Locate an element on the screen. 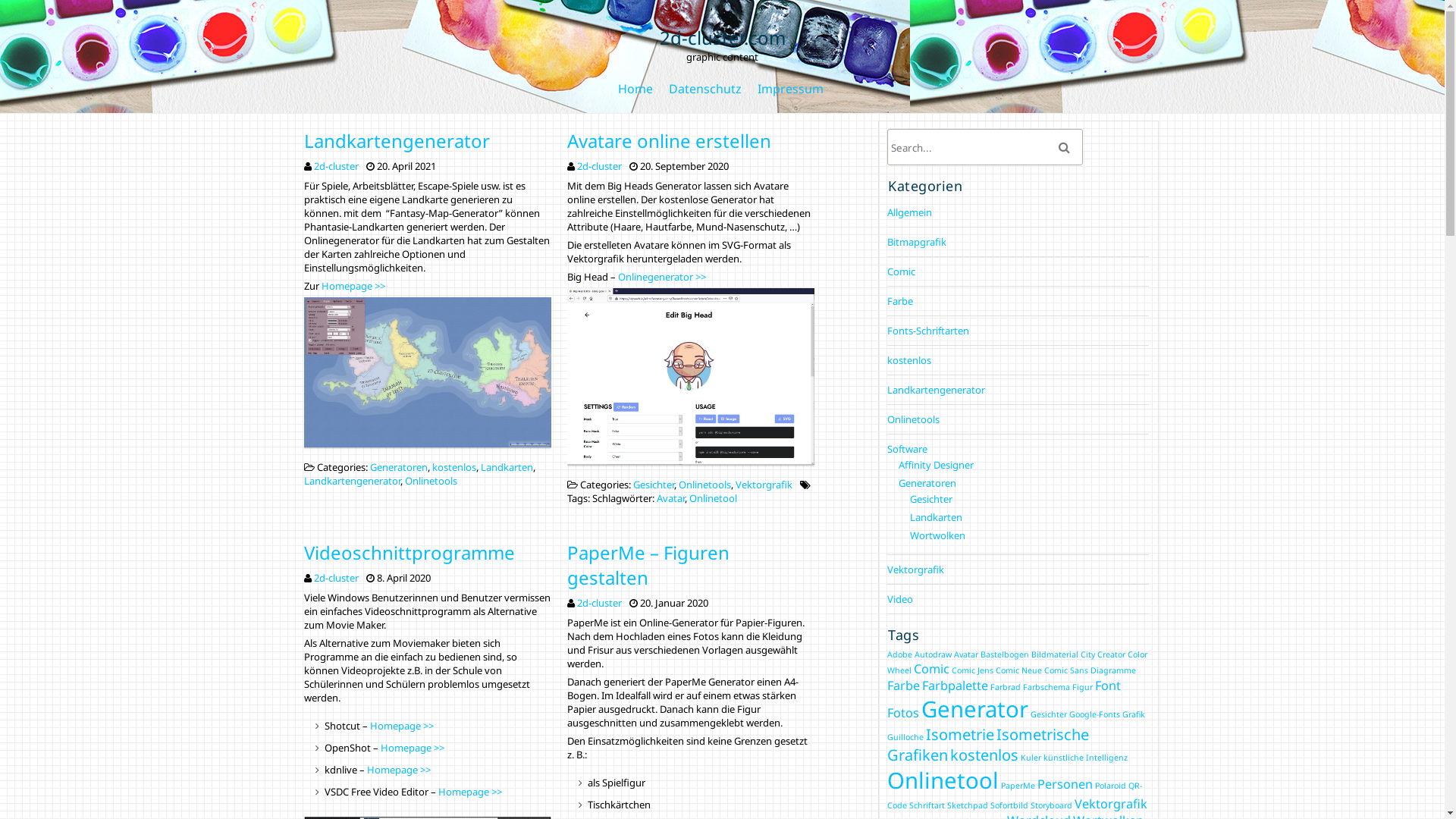 This screenshot has height=819, width=1456. 'Font' is located at coordinates (1107, 685).